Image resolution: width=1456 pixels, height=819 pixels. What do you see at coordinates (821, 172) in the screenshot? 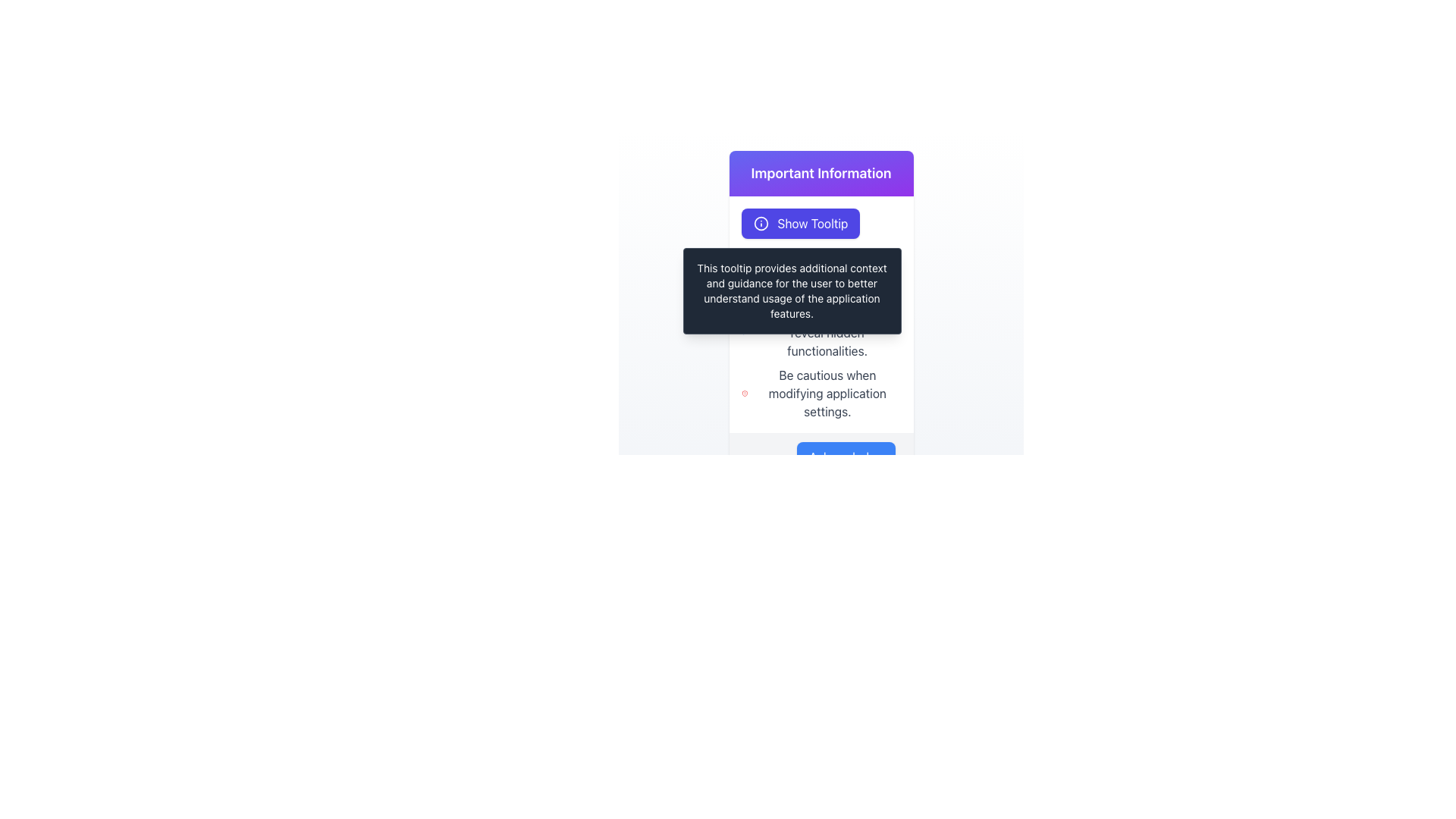
I see `the text label displaying 'Important Information', which is bold, white, and centrally positioned in a header section with an indigo to purple gradient background` at bounding box center [821, 172].